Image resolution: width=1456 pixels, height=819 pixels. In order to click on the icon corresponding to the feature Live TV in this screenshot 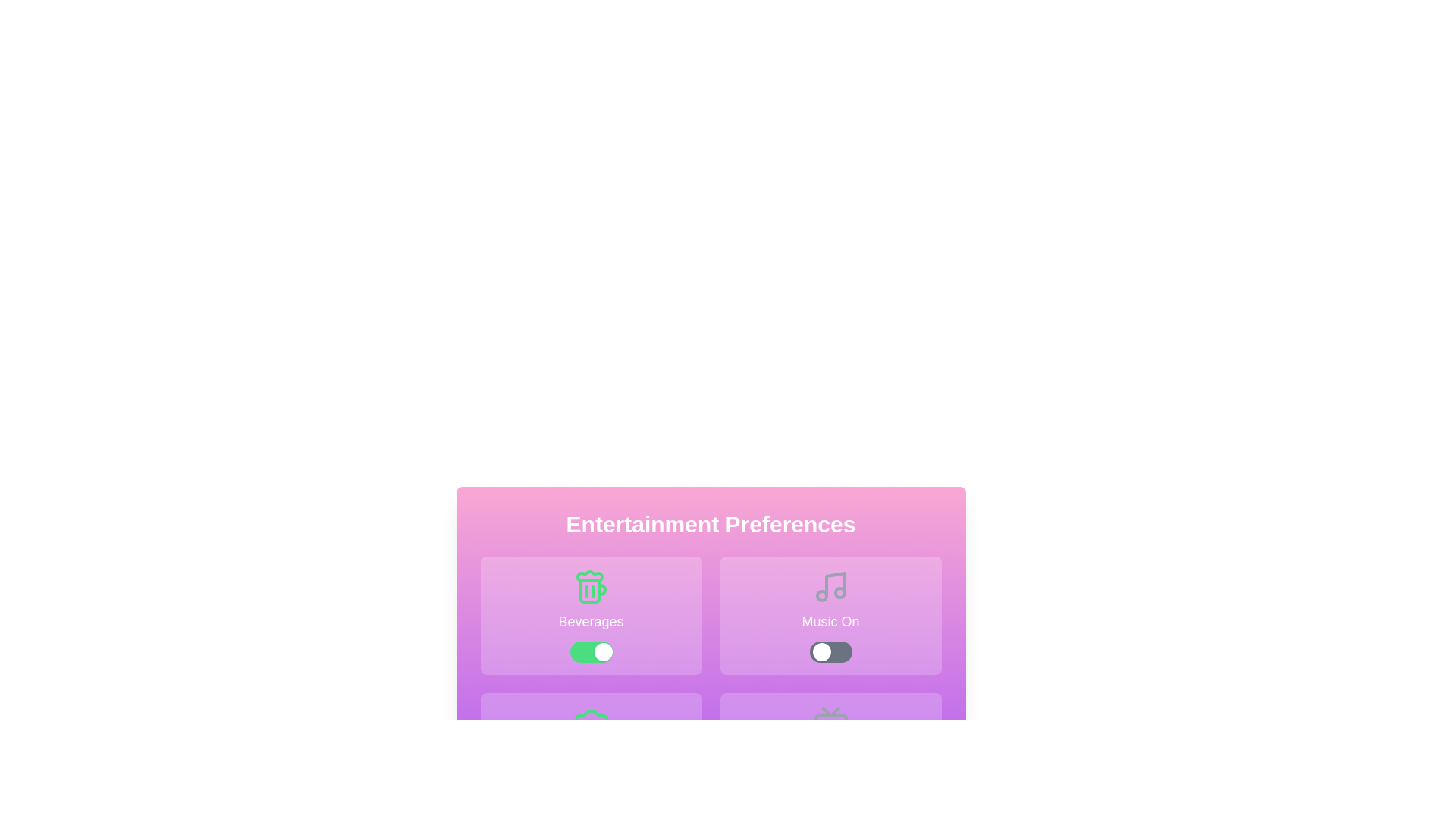, I will do `click(830, 752)`.